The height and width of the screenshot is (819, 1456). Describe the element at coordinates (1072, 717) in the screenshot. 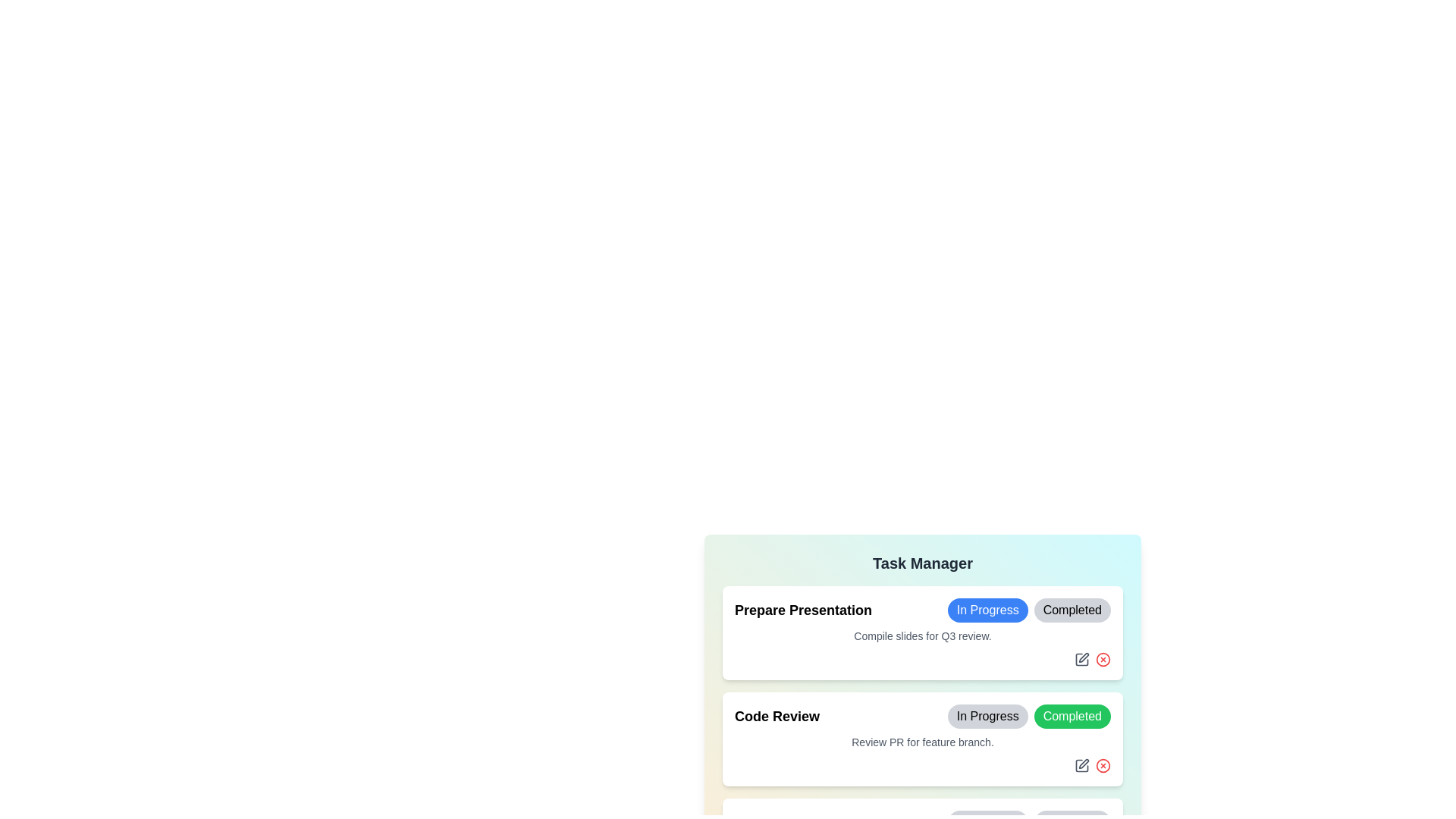

I see `'Completed' button for the task with title Code Review` at that location.